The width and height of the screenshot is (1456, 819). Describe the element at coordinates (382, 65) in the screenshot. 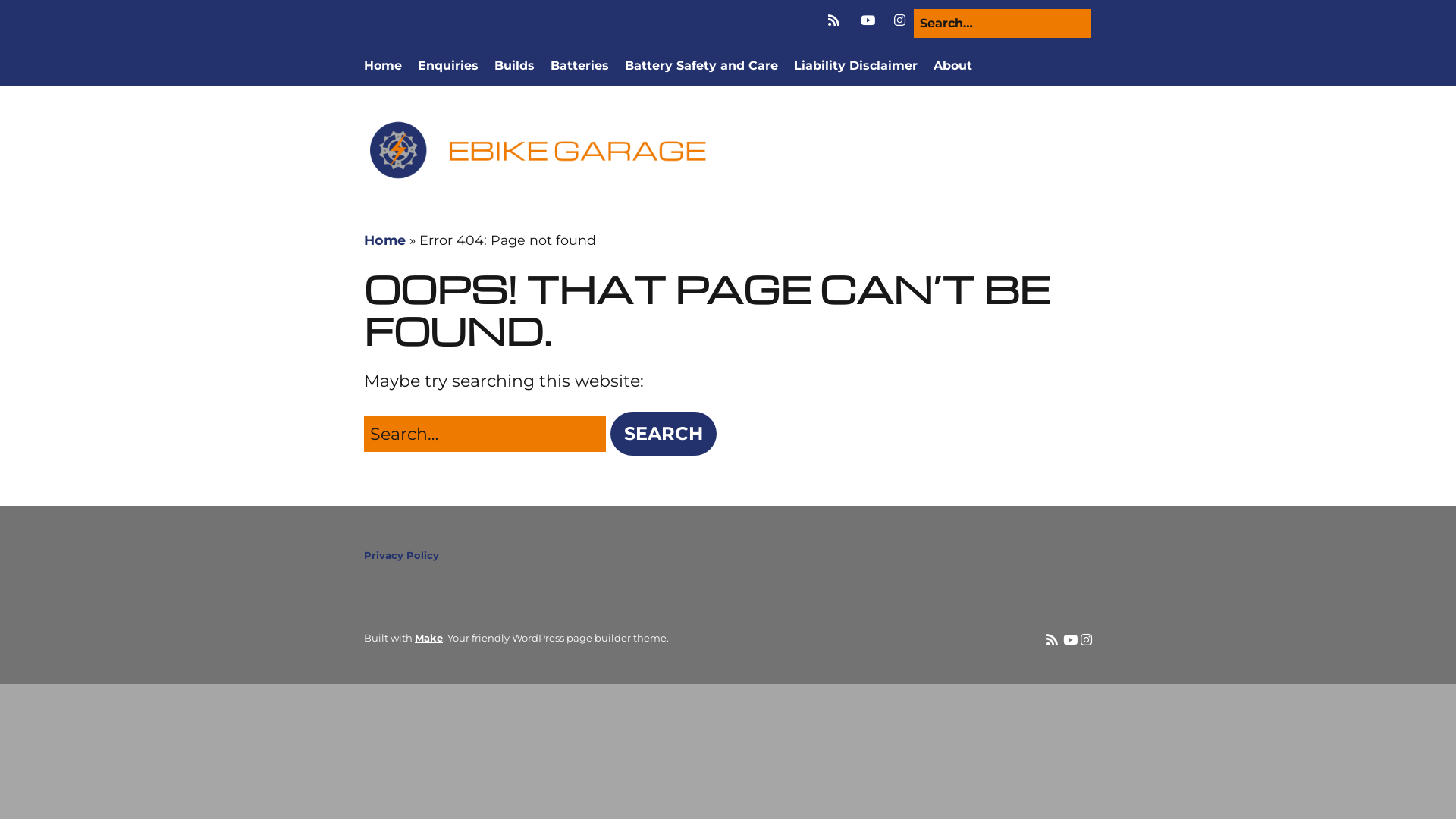

I see `'Home'` at that location.